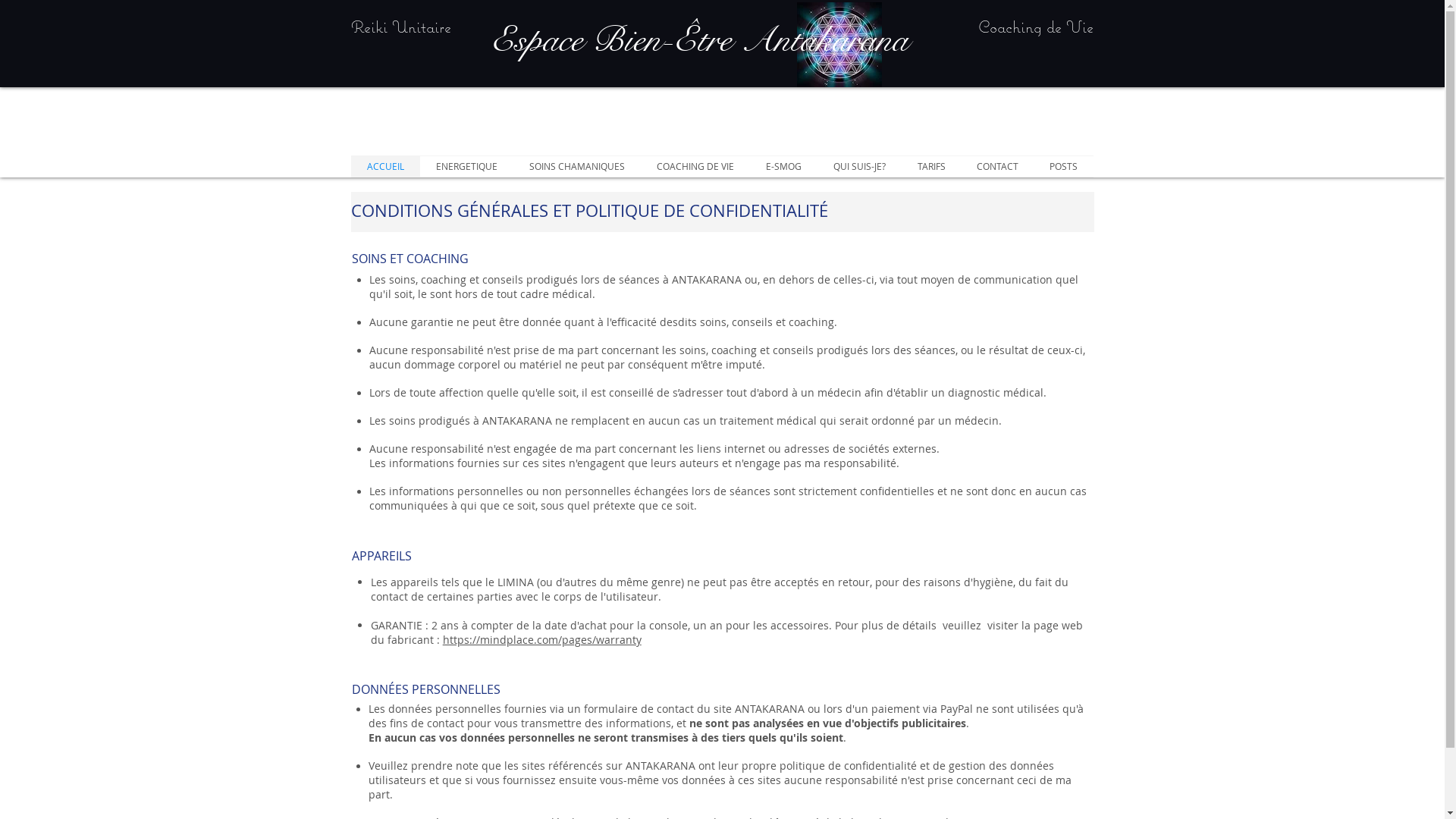 This screenshot has width=1456, height=819. I want to click on 'ACCUEIL', so click(384, 166).